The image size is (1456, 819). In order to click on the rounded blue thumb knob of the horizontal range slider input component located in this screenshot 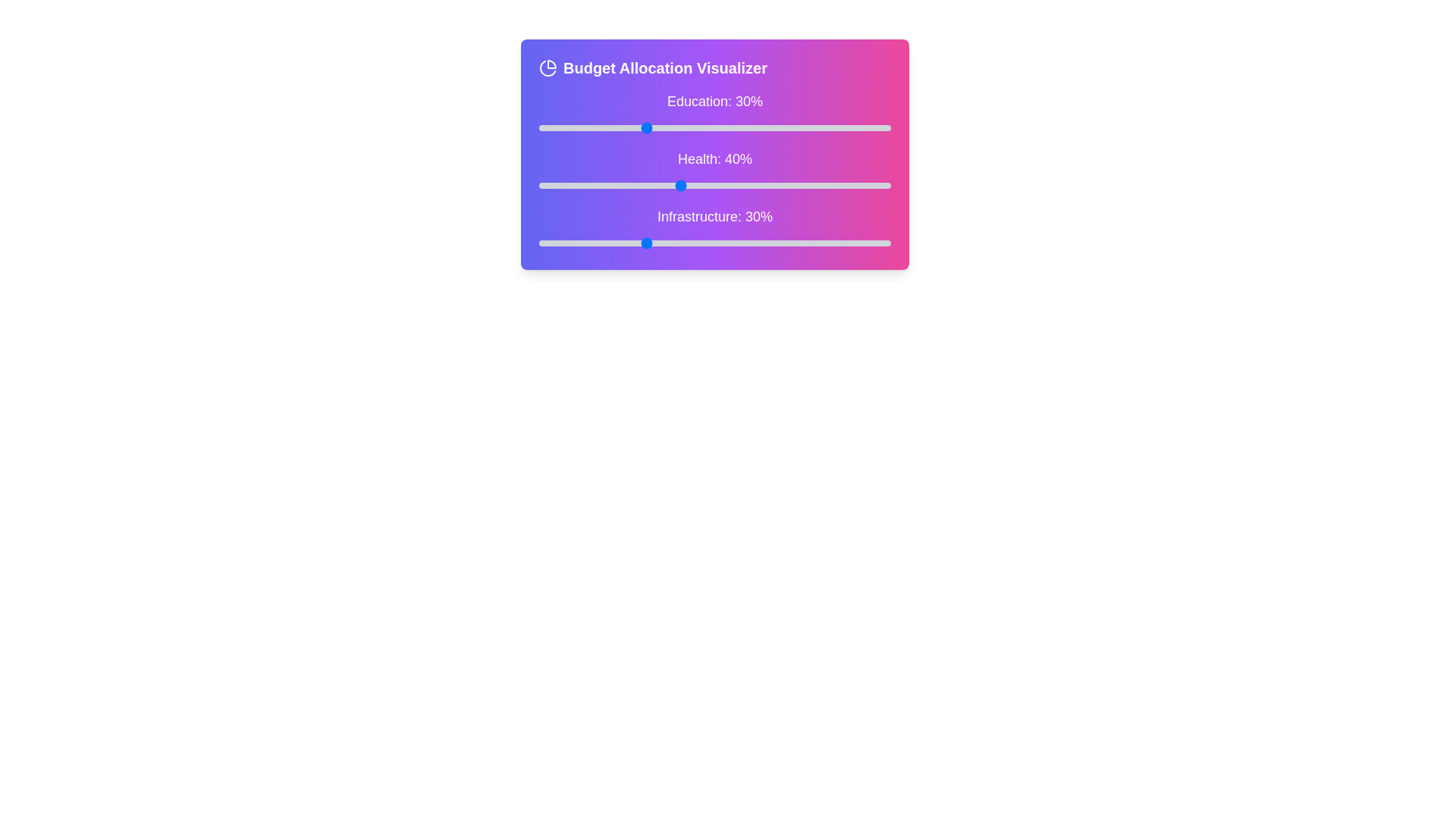, I will do `click(714, 185)`.